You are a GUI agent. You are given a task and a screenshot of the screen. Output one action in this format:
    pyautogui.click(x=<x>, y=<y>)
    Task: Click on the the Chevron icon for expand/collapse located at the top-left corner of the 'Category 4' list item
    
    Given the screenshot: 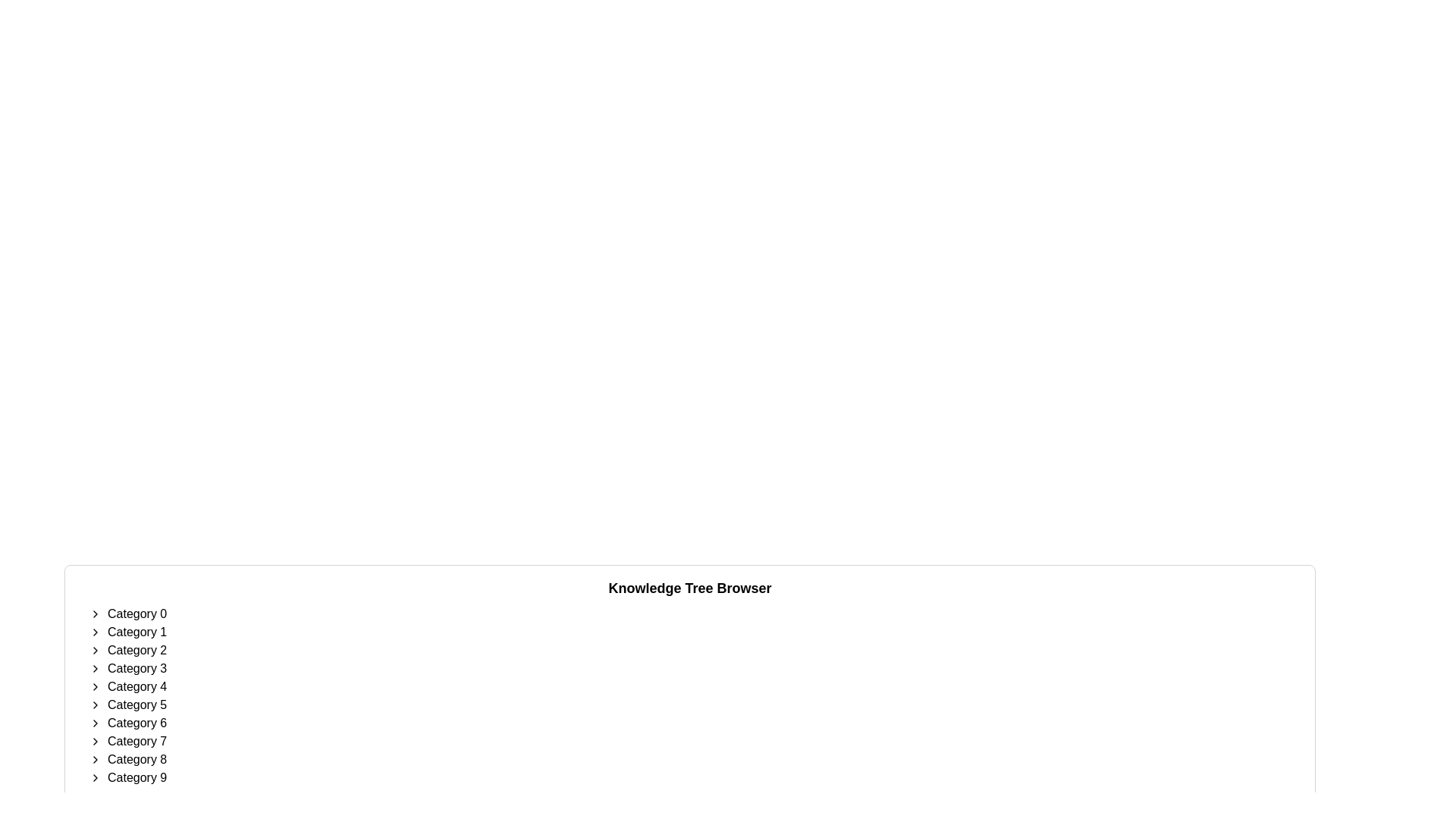 What is the action you would take?
    pyautogui.click(x=94, y=687)
    